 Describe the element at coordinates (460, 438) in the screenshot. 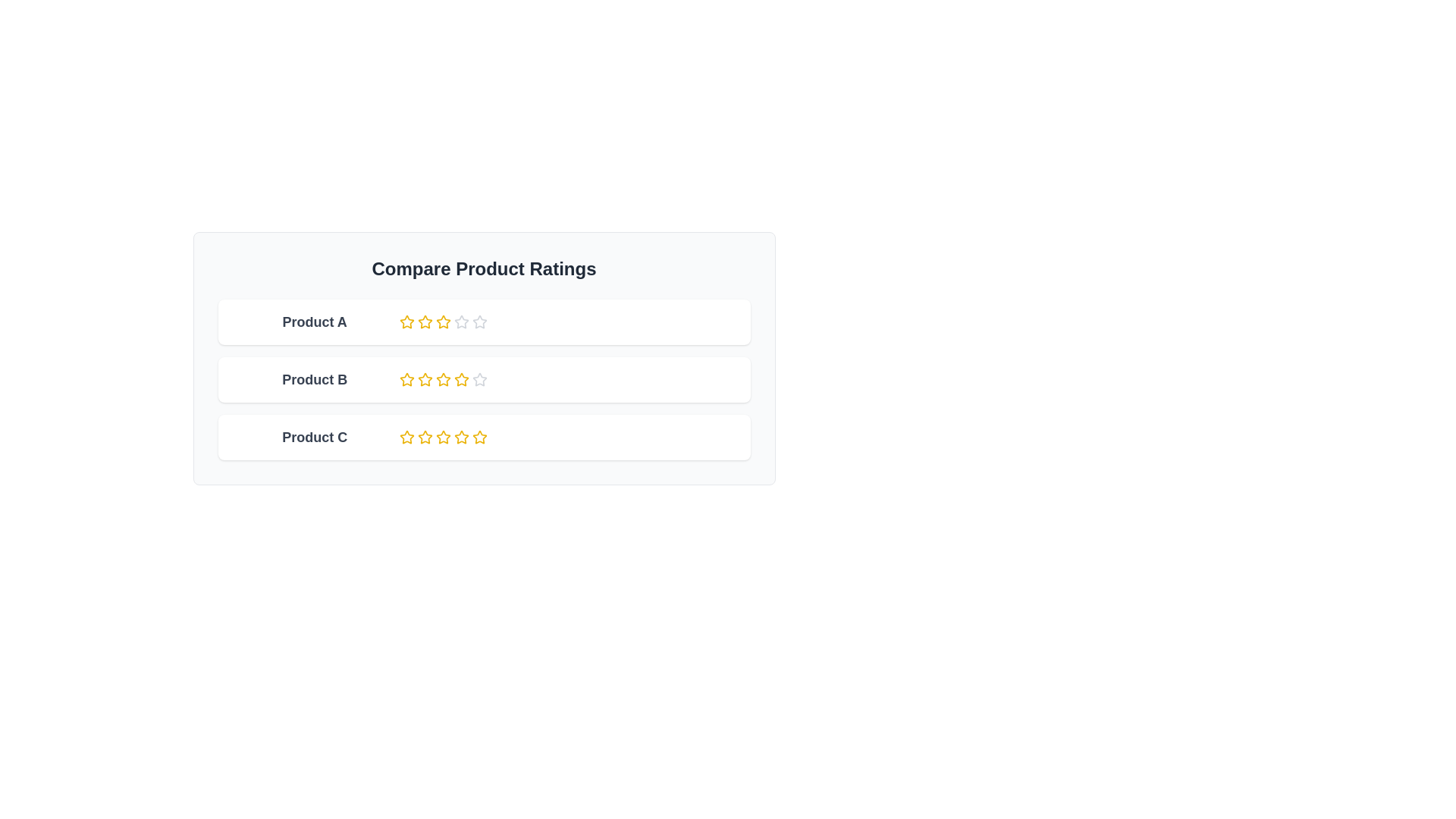

I see `the fourth star icon in the rating system for 'Product C'` at that location.